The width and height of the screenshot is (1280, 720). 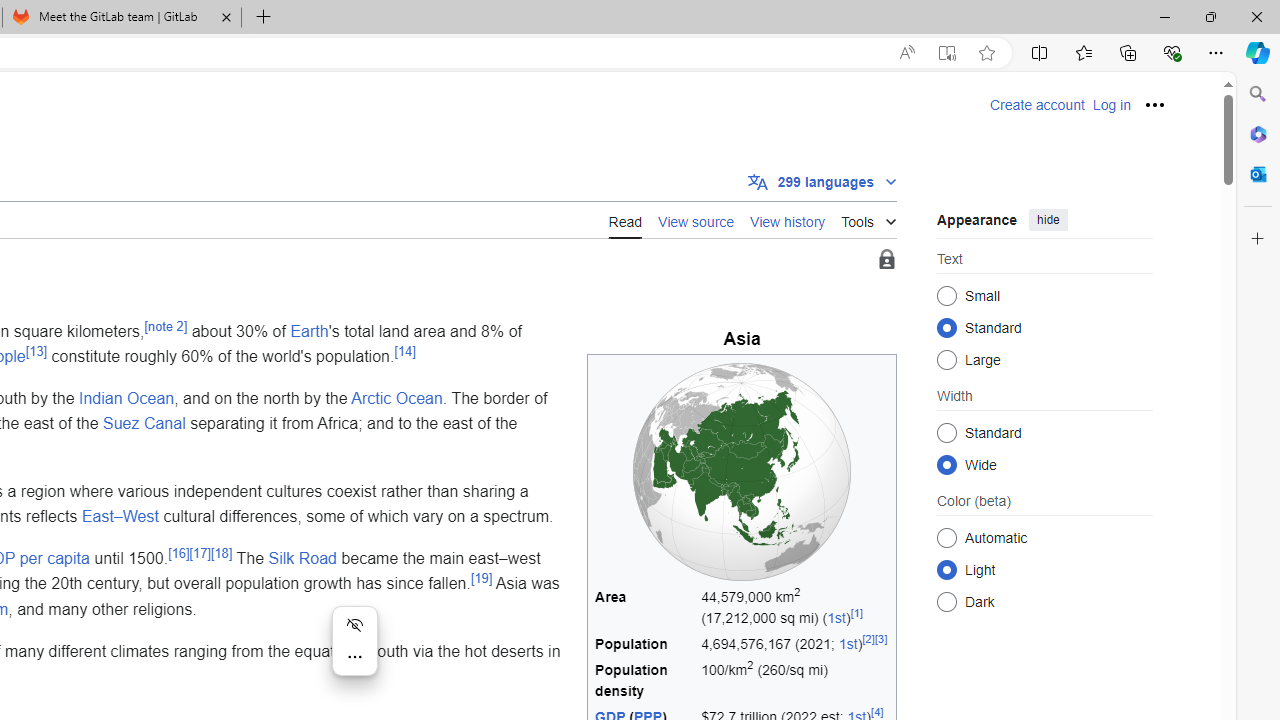 I want to click on '[2]', so click(x=868, y=639).